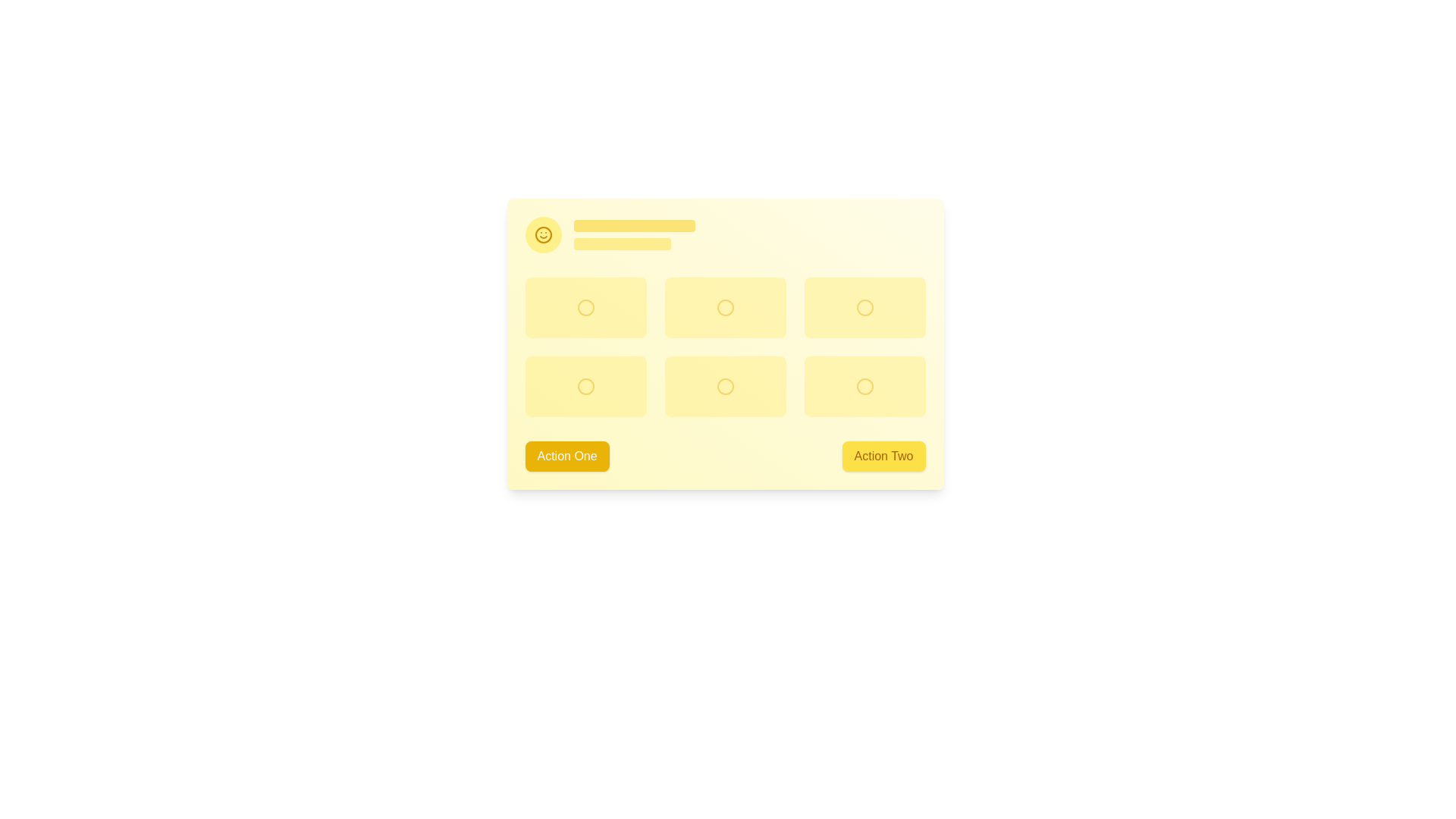 The image size is (1456, 819). What do you see at coordinates (585, 385) in the screenshot?
I see `the yellow rectangular card with rounded corners and a centered icon, which is the first card in the second row of a grid layout` at bounding box center [585, 385].